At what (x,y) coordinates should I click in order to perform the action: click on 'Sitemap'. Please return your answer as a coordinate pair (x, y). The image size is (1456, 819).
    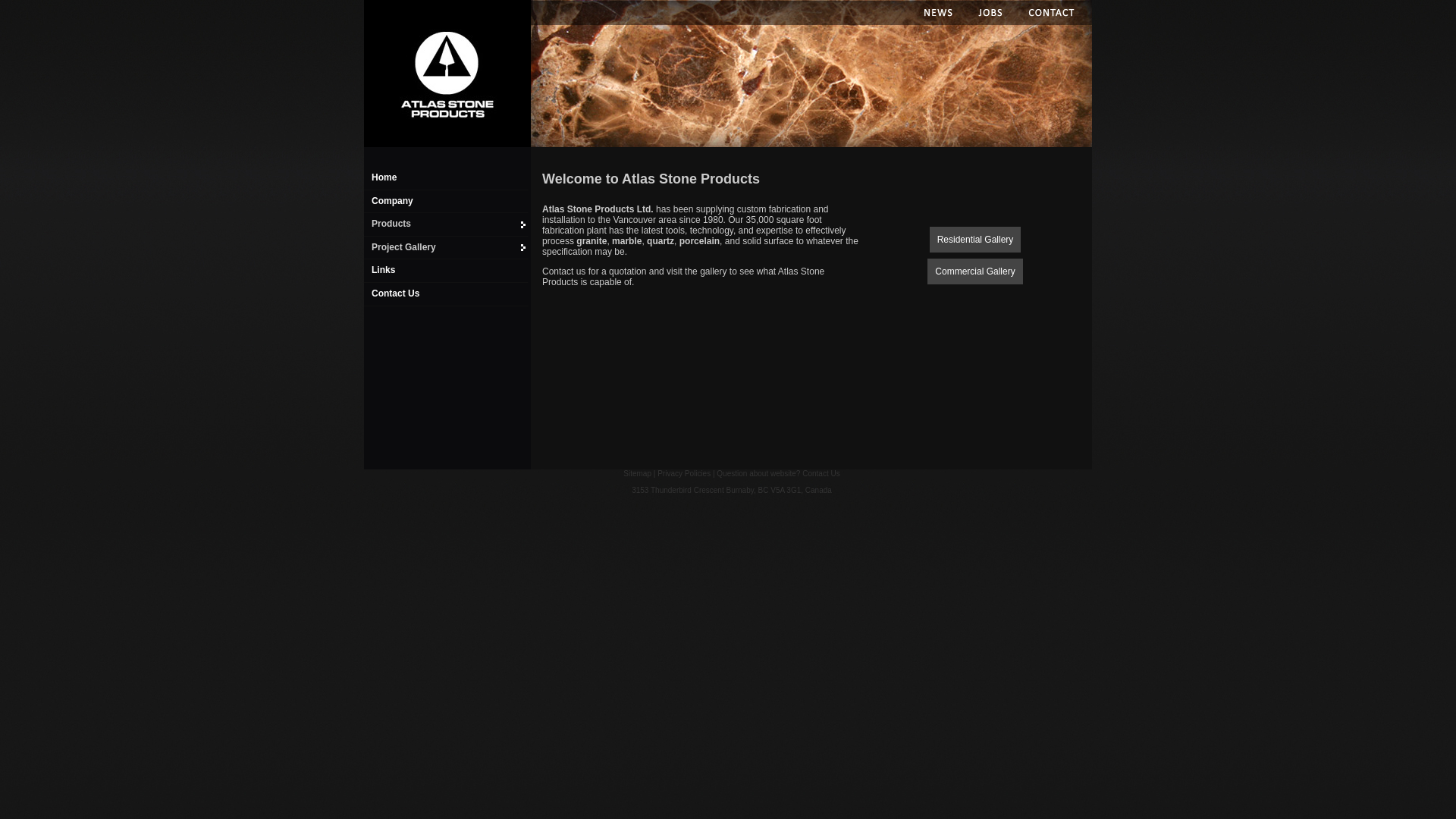
    Looking at the image, I should click on (637, 472).